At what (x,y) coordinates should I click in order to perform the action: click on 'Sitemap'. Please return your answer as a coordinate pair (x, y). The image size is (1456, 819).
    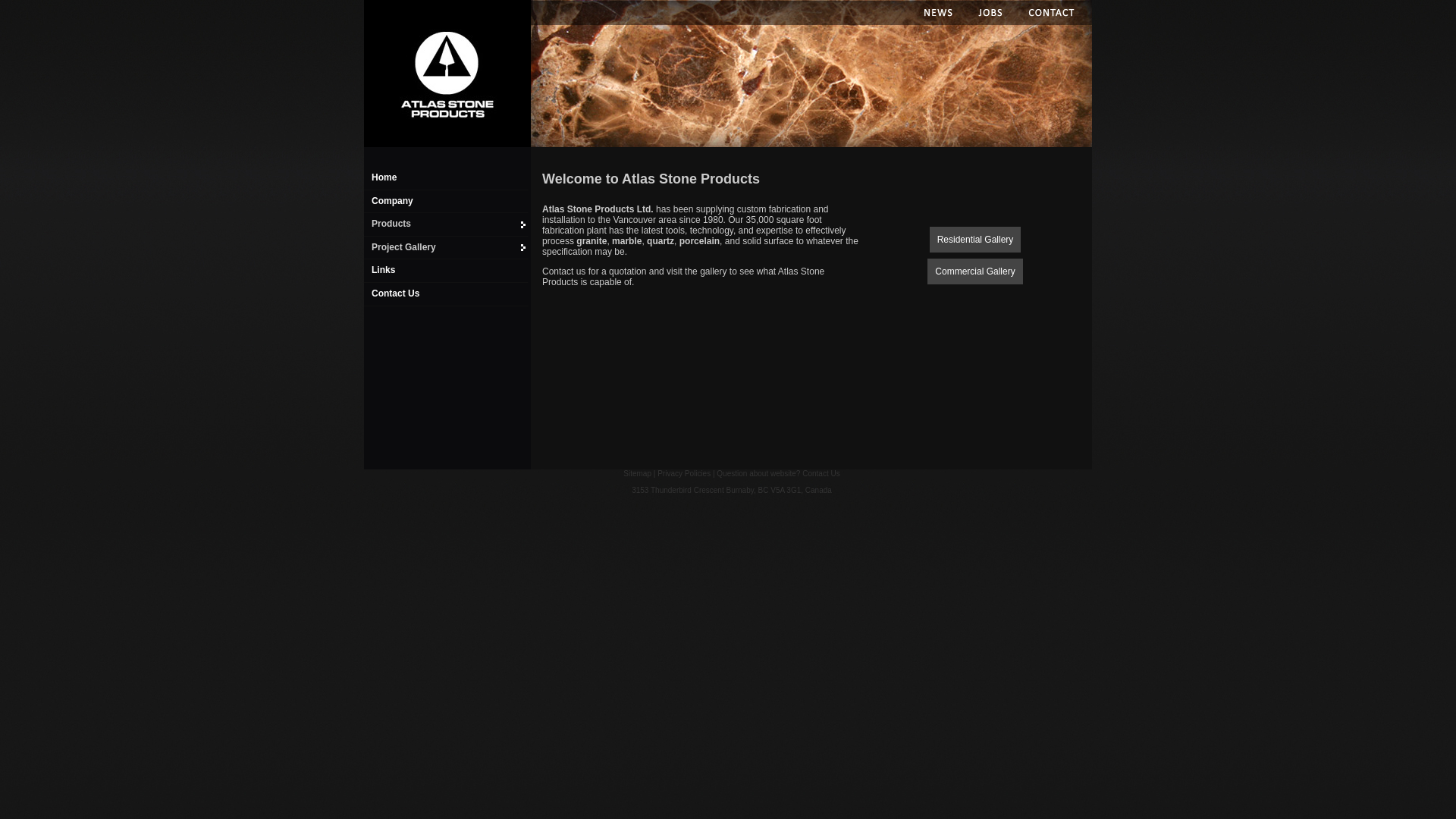
    Looking at the image, I should click on (637, 472).